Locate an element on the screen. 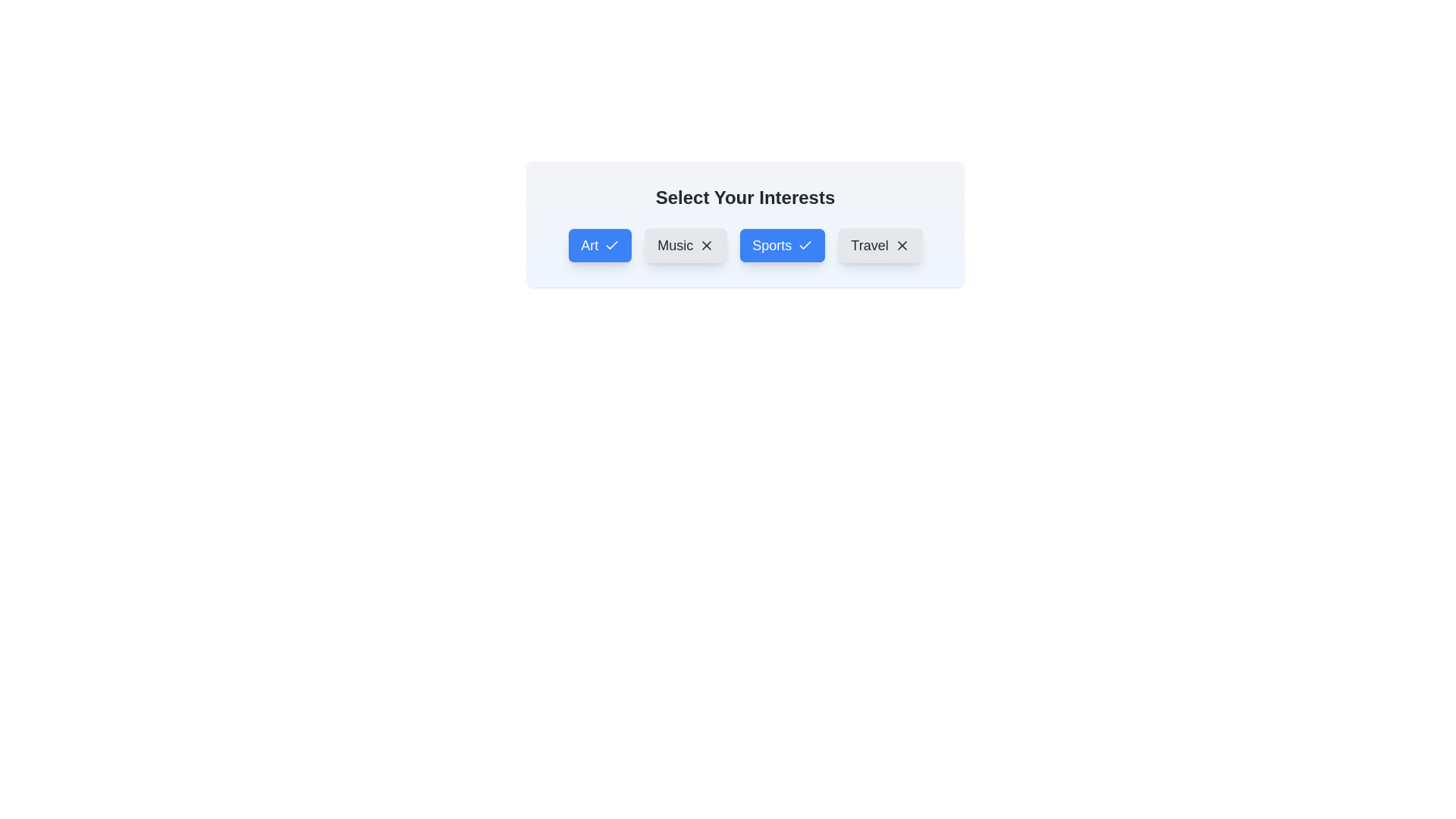 The width and height of the screenshot is (1456, 819). the interest item Art is located at coordinates (599, 245).